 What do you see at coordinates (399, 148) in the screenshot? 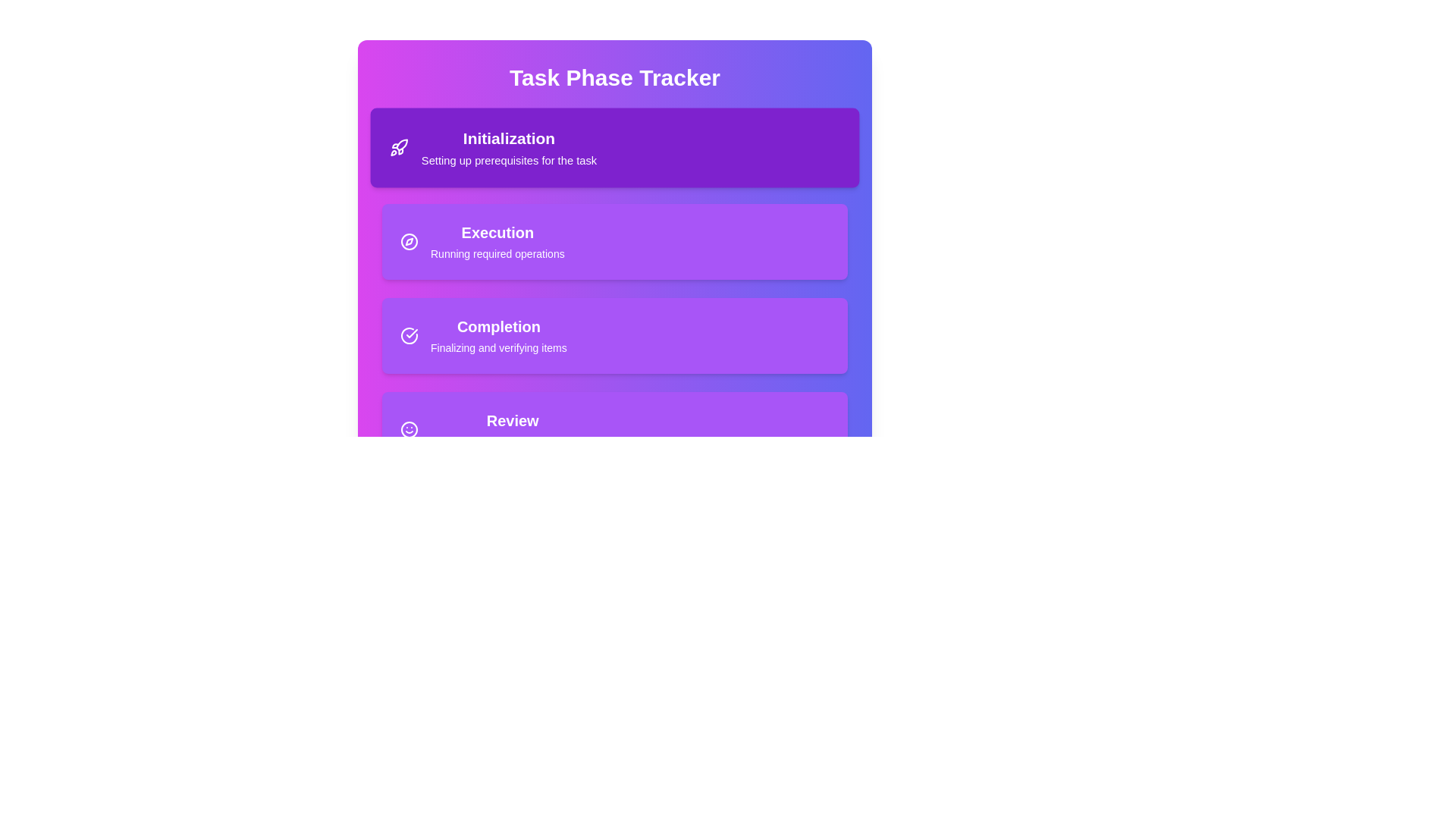
I see `the decorative rocket SVG graphic located within the purple card titled 'Initialization', which is the first item in the vertical list` at bounding box center [399, 148].